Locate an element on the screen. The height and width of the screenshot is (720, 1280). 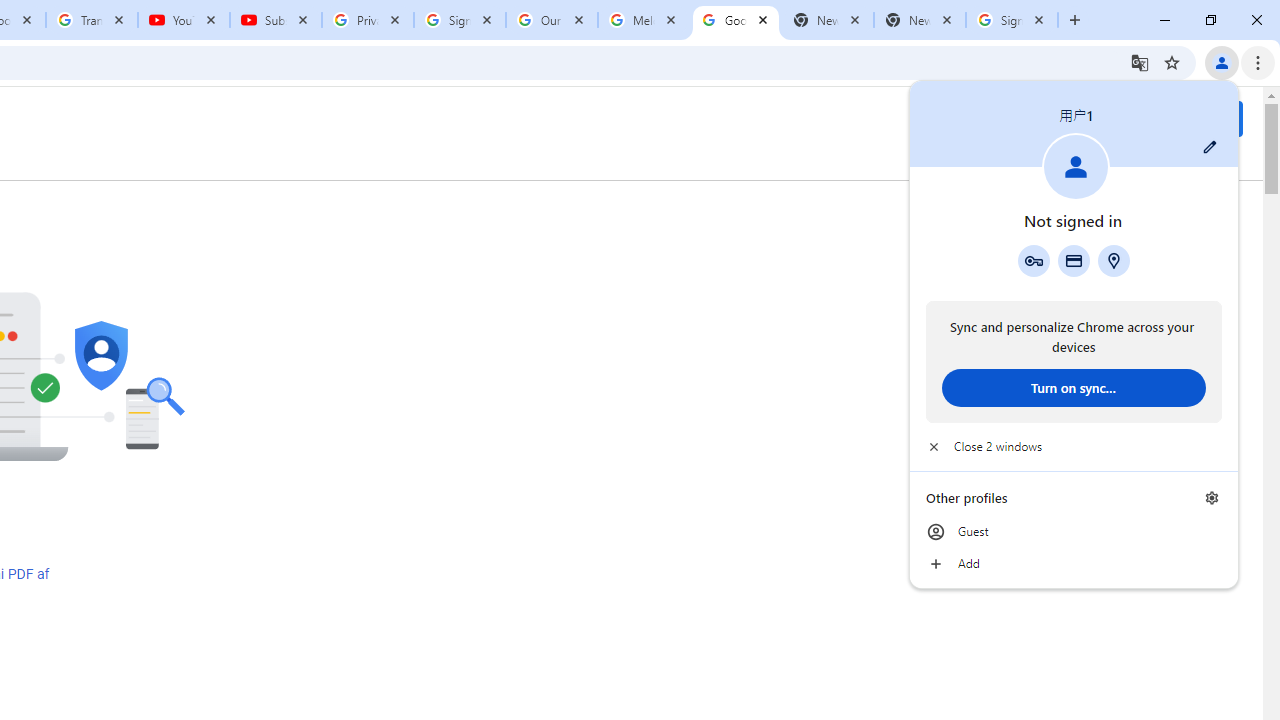
'Customize profile' is located at coordinates (1209, 146).